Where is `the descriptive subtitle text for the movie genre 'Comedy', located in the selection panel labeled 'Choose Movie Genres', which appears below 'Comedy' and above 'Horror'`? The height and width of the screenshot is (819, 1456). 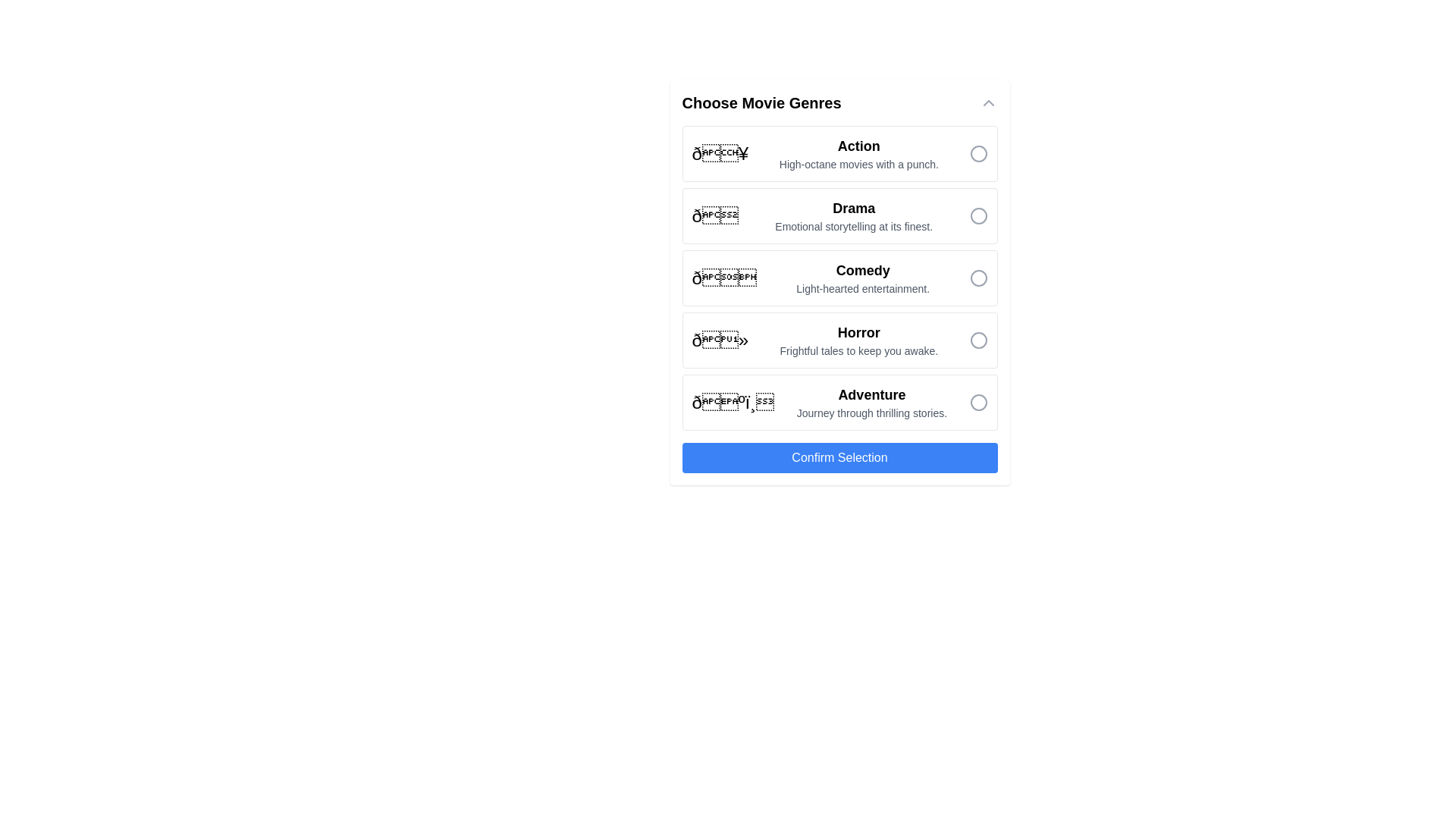
the descriptive subtitle text for the movie genre 'Comedy', located in the selection panel labeled 'Choose Movie Genres', which appears below 'Comedy' and above 'Horror' is located at coordinates (863, 289).